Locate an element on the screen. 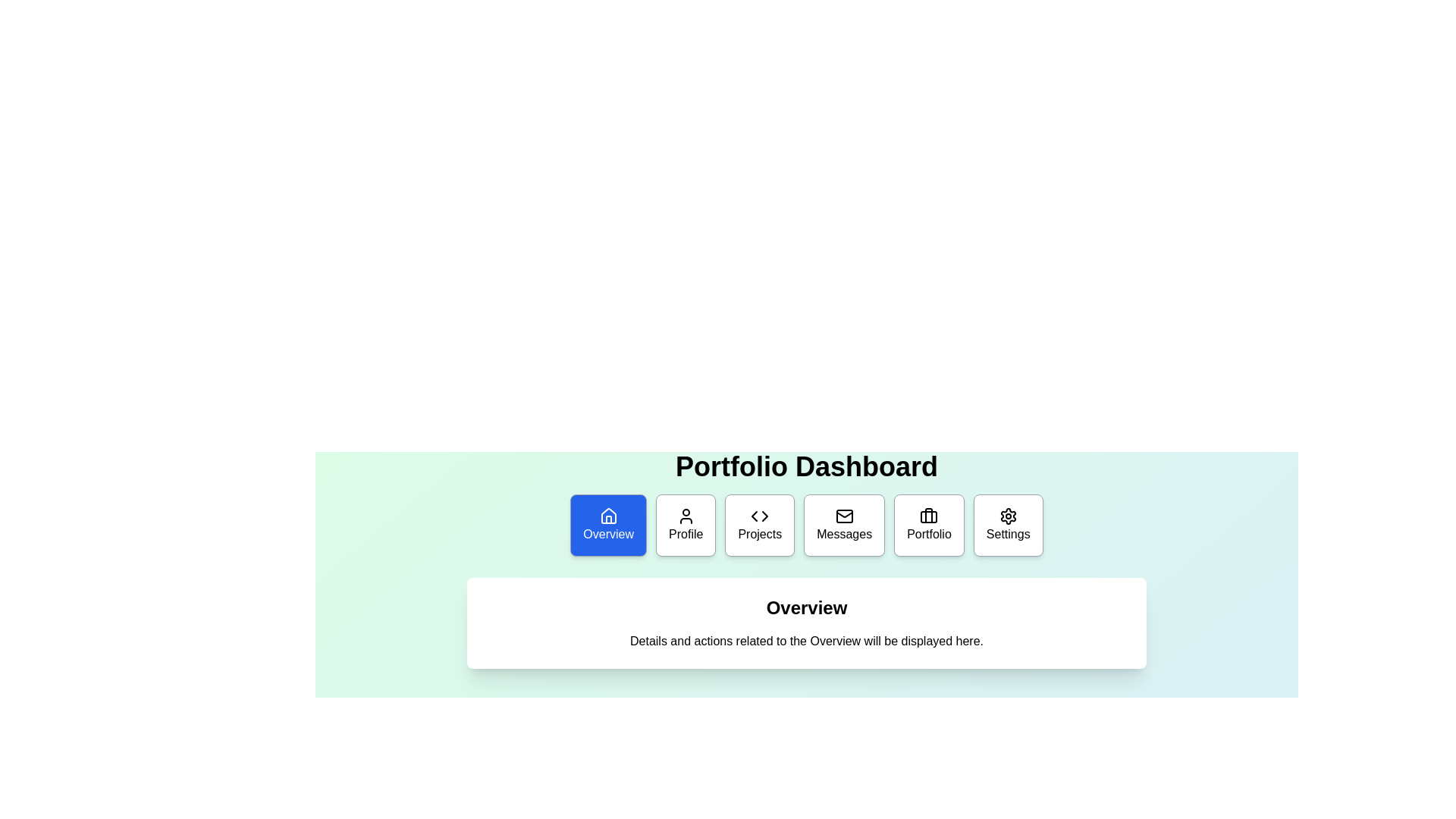 Image resolution: width=1456 pixels, height=819 pixels. the 'Projects' button, which is a bold text label within a rectangular button located in the third position of a horizontal menu bar is located at coordinates (760, 534).